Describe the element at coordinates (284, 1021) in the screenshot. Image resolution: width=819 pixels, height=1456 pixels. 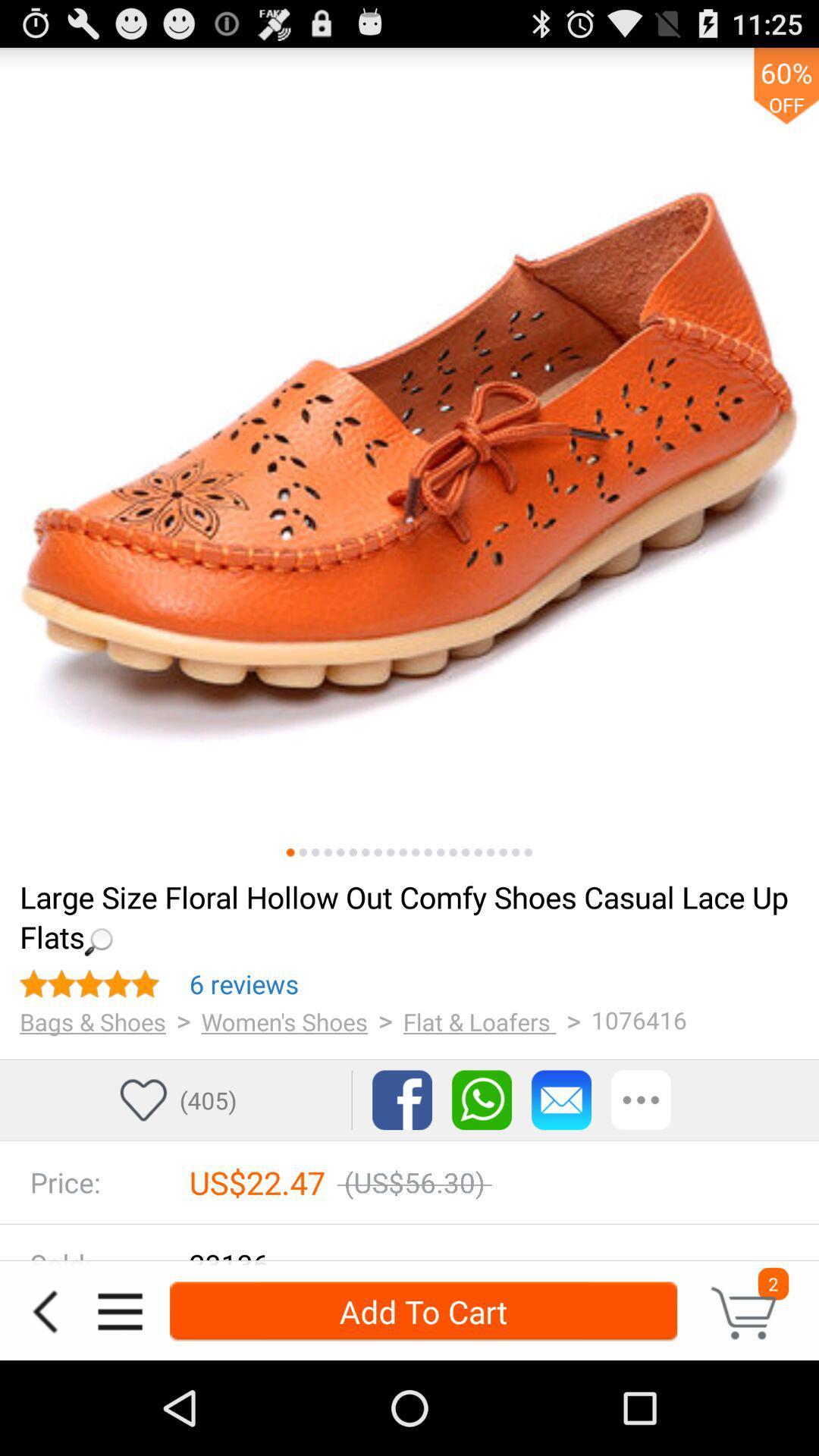
I see `app to the right of > app` at that location.